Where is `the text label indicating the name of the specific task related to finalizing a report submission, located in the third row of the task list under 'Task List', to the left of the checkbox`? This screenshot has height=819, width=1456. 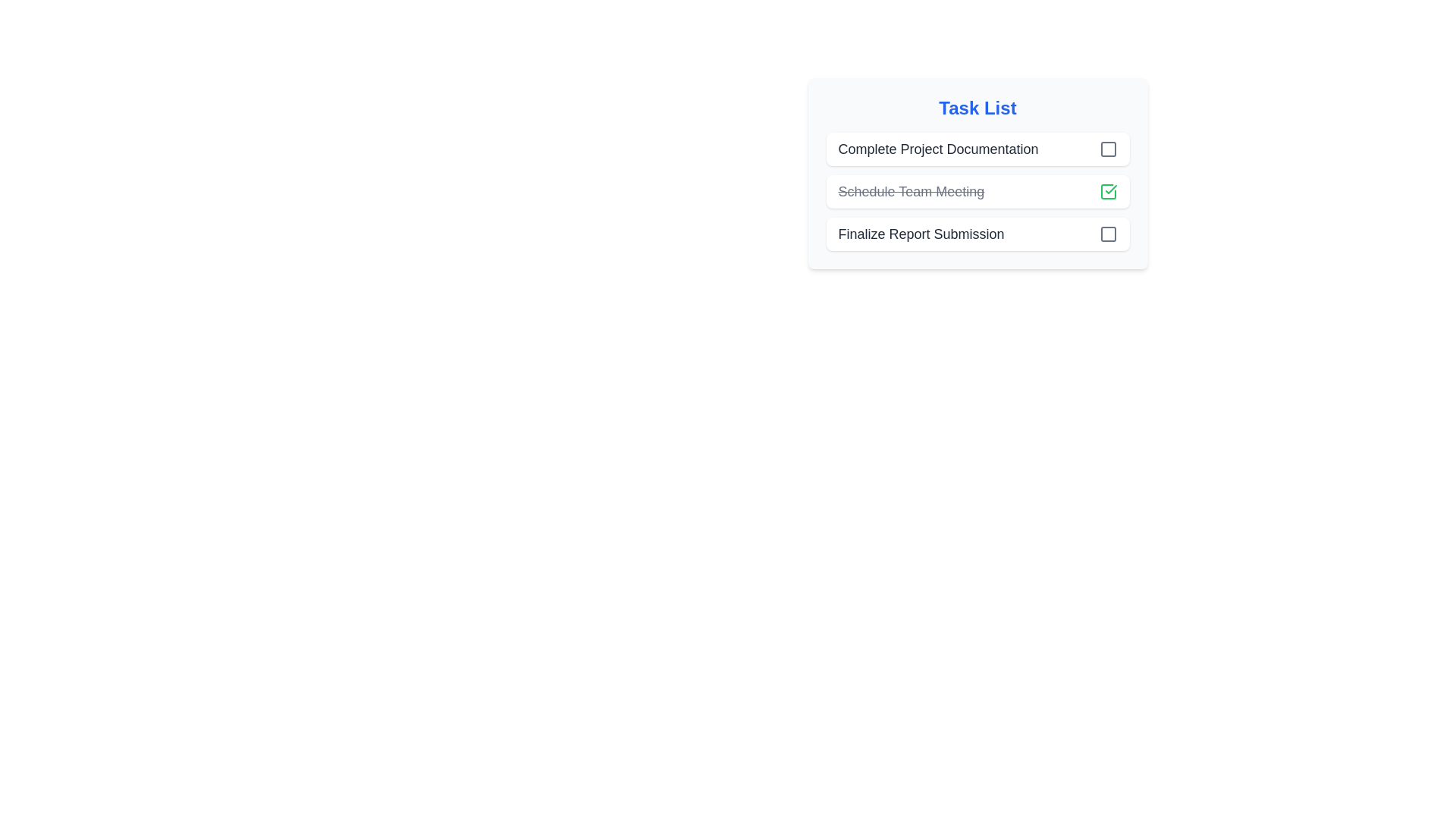
the text label indicating the name of the specific task related to finalizing a report submission, located in the third row of the task list under 'Task List', to the left of the checkbox is located at coordinates (920, 234).